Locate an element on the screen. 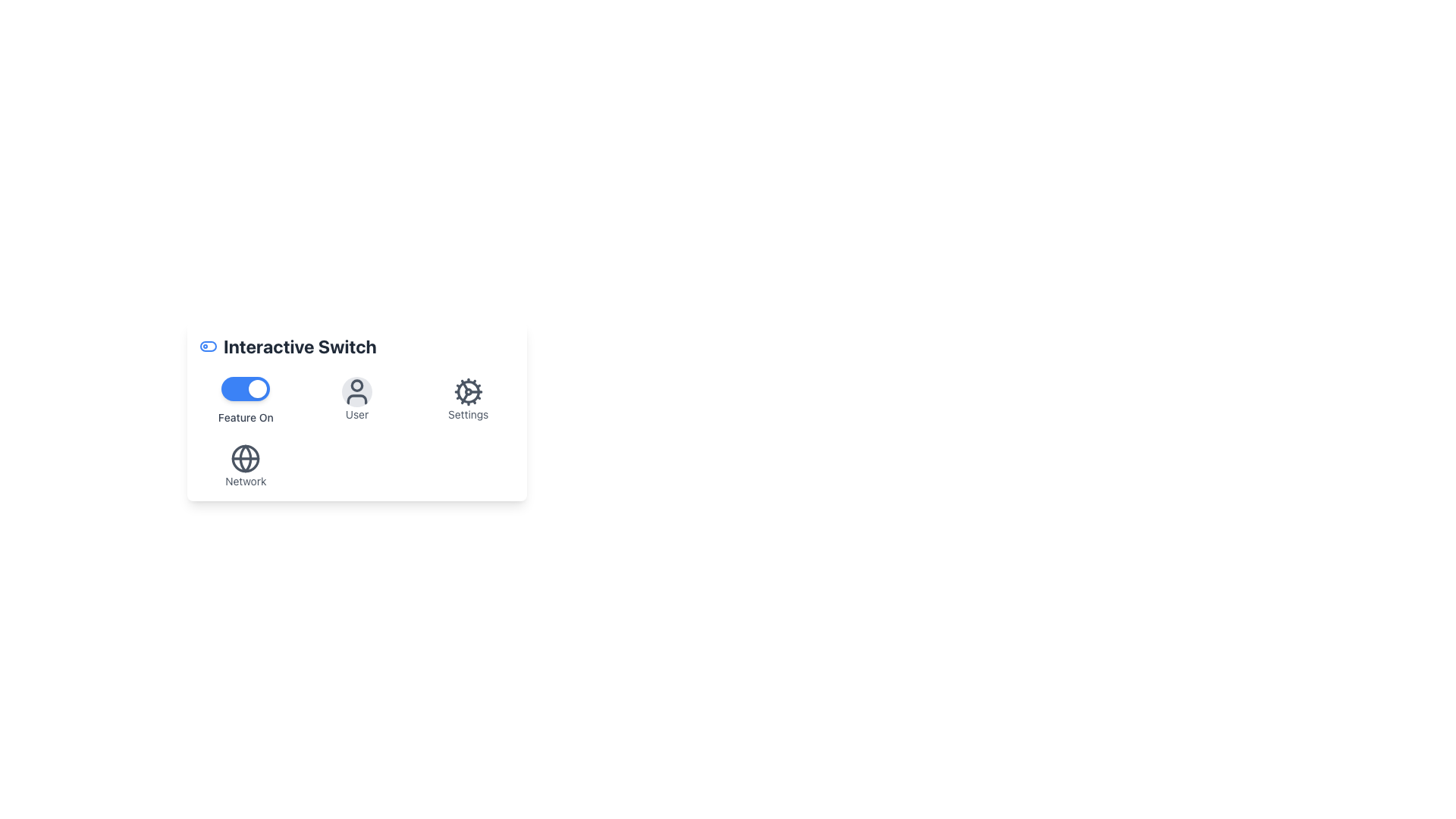 The width and height of the screenshot is (1456, 819). the 'Network' label icon located in the lower left of the grid layout for interaction is located at coordinates (246, 465).